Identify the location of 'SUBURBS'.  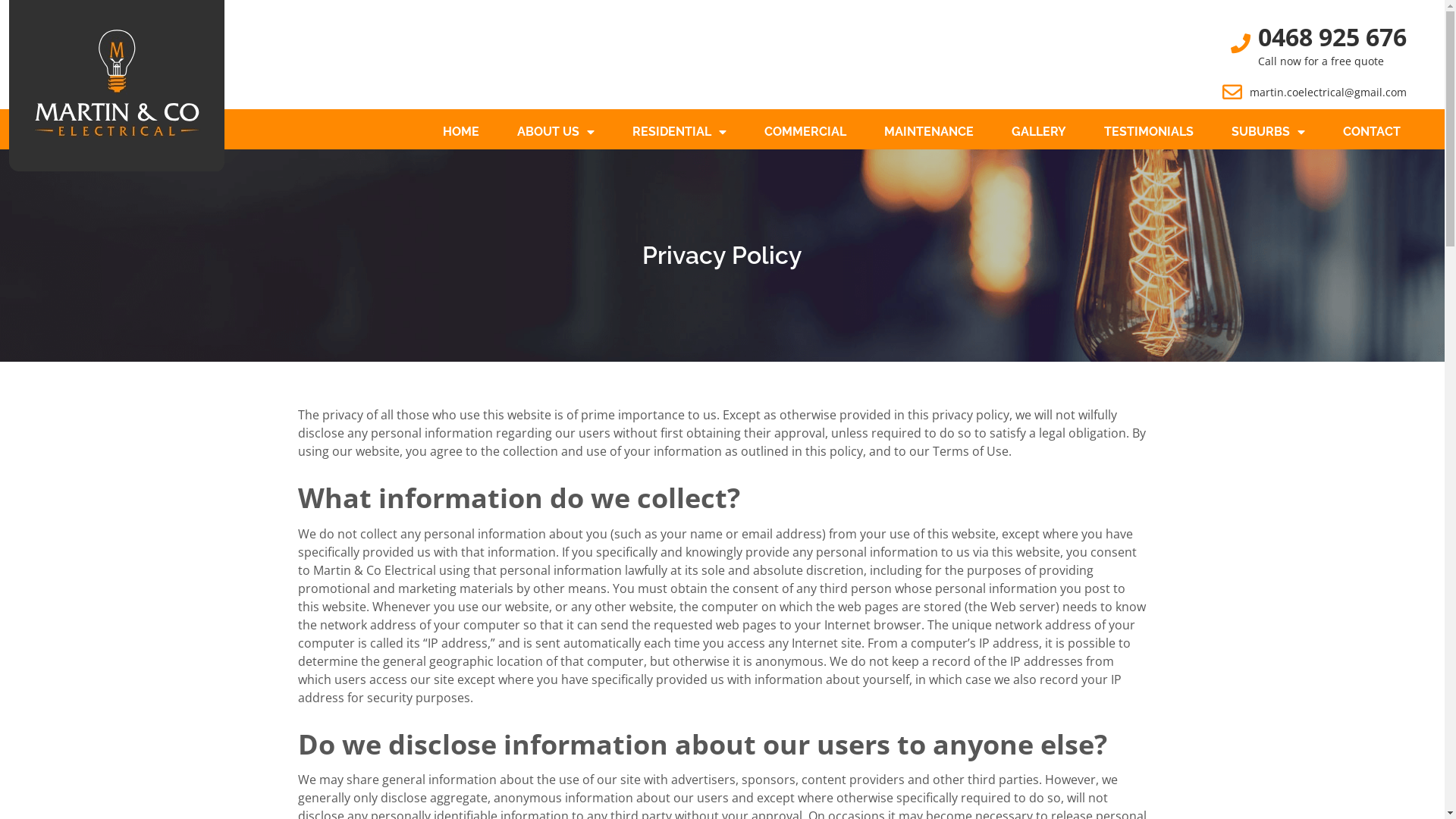
(1268, 130).